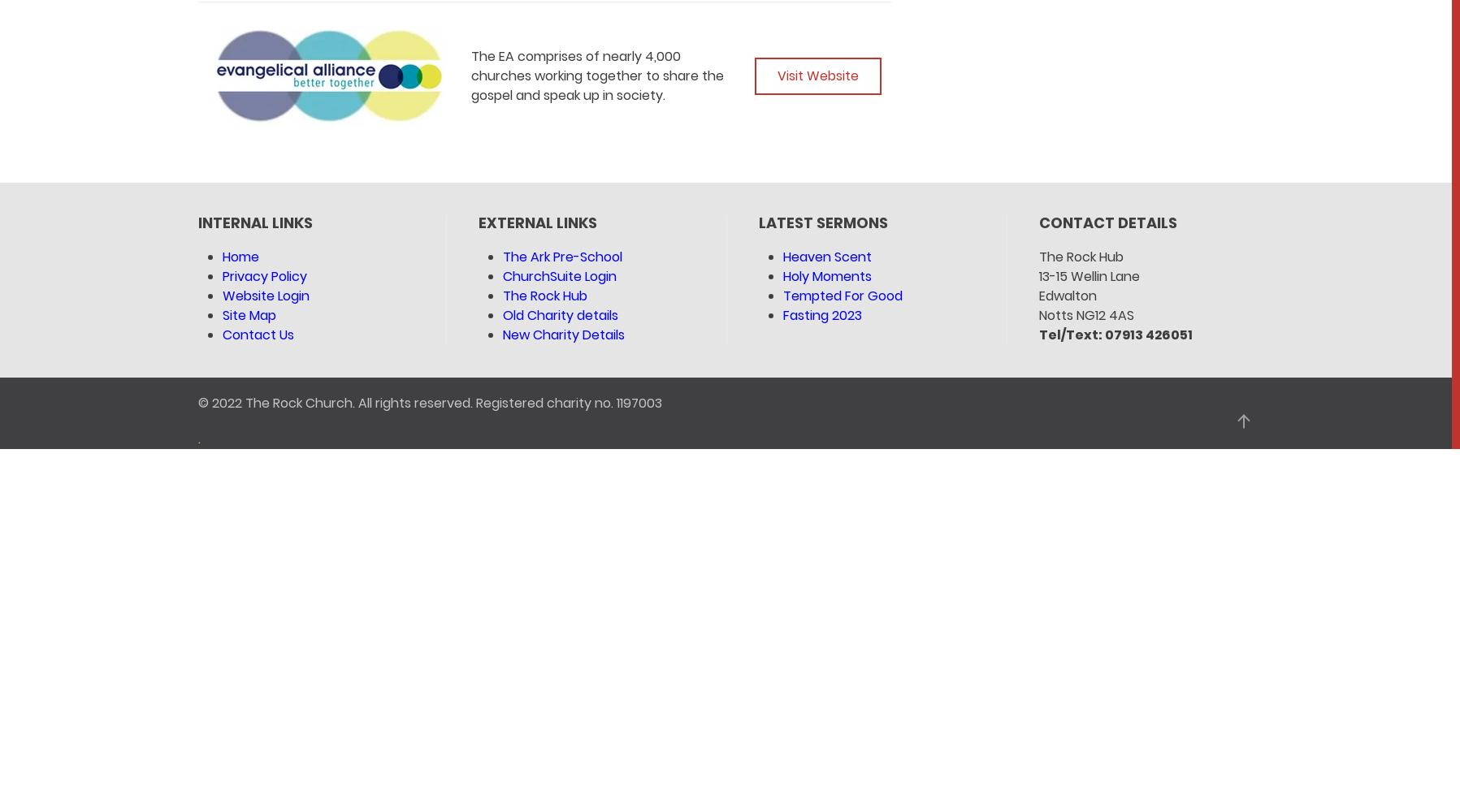 This screenshot has height=812, width=1460. I want to click on '.', so click(198, 438).